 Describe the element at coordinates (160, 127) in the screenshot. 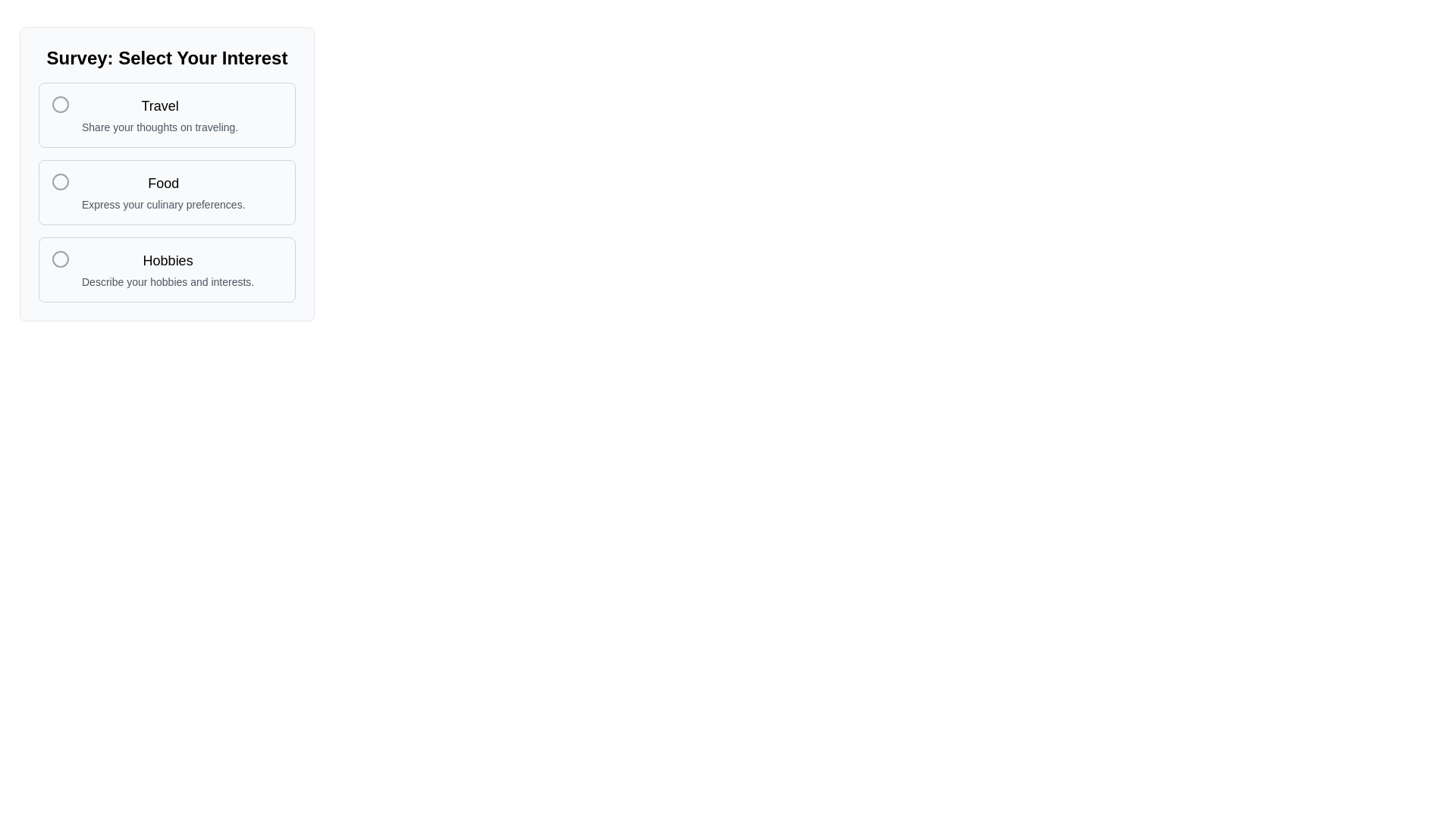

I see `the text element displaying 'Share your thoughts on traveling.' which is located below the header 'Travel' in the vertical list of survey options` at that location.